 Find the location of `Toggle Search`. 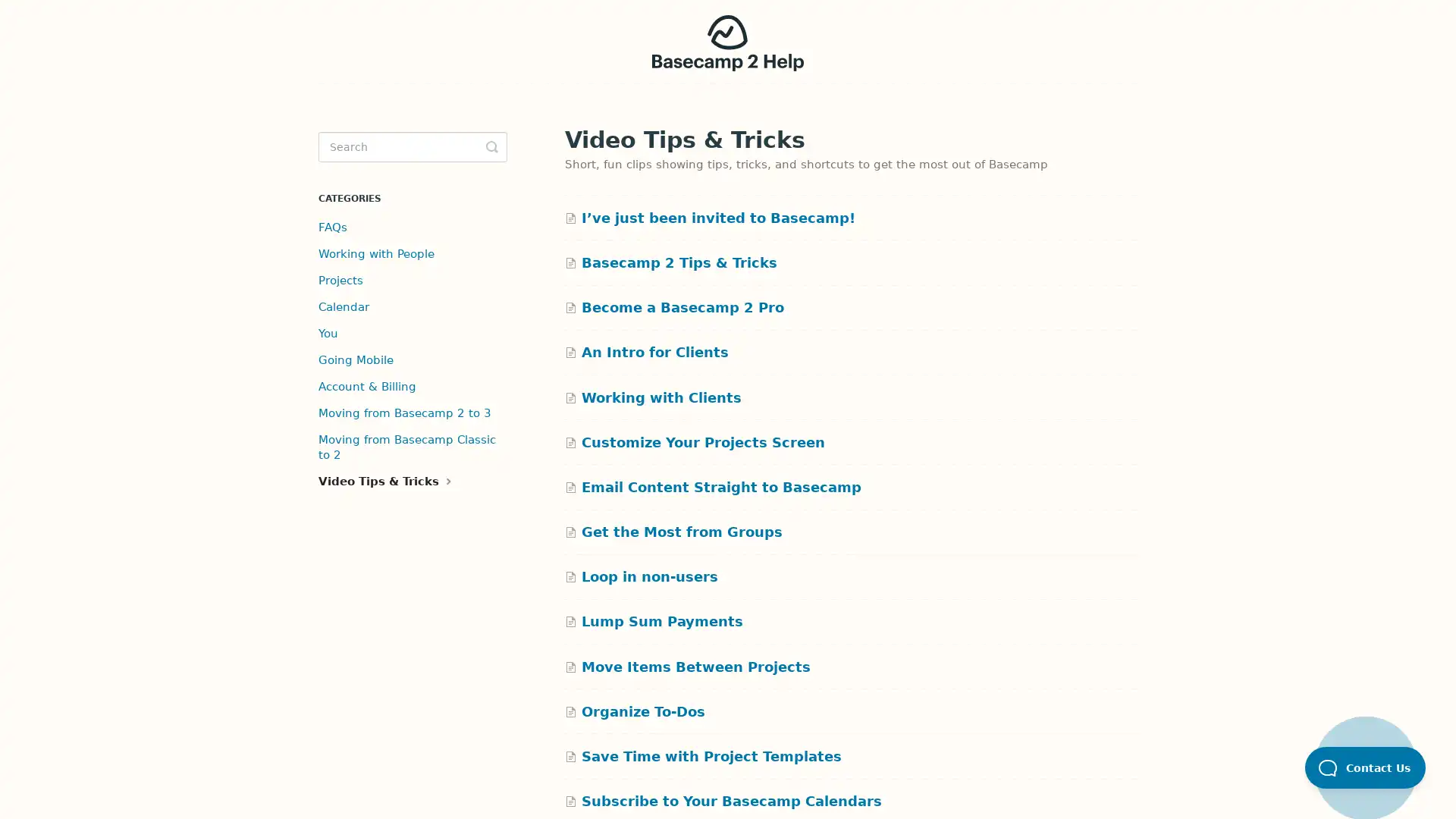

Toggle Search is located at coordinates (491, 146).